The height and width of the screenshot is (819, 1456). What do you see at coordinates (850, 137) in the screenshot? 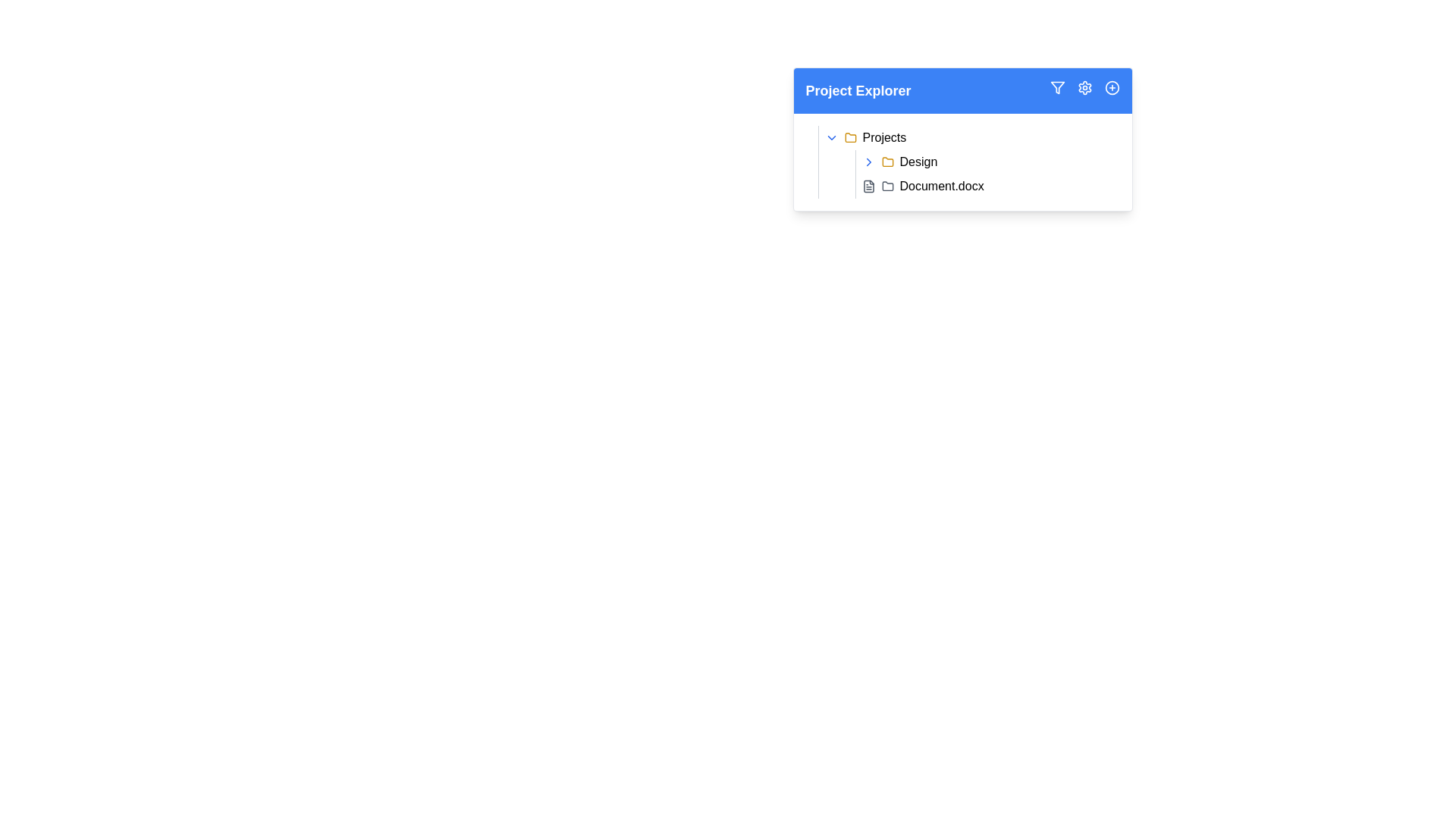
I see `the folder icon representing a directory in the project explorer, located beneath the 'Projects' node` at bounding box center [850, 137].